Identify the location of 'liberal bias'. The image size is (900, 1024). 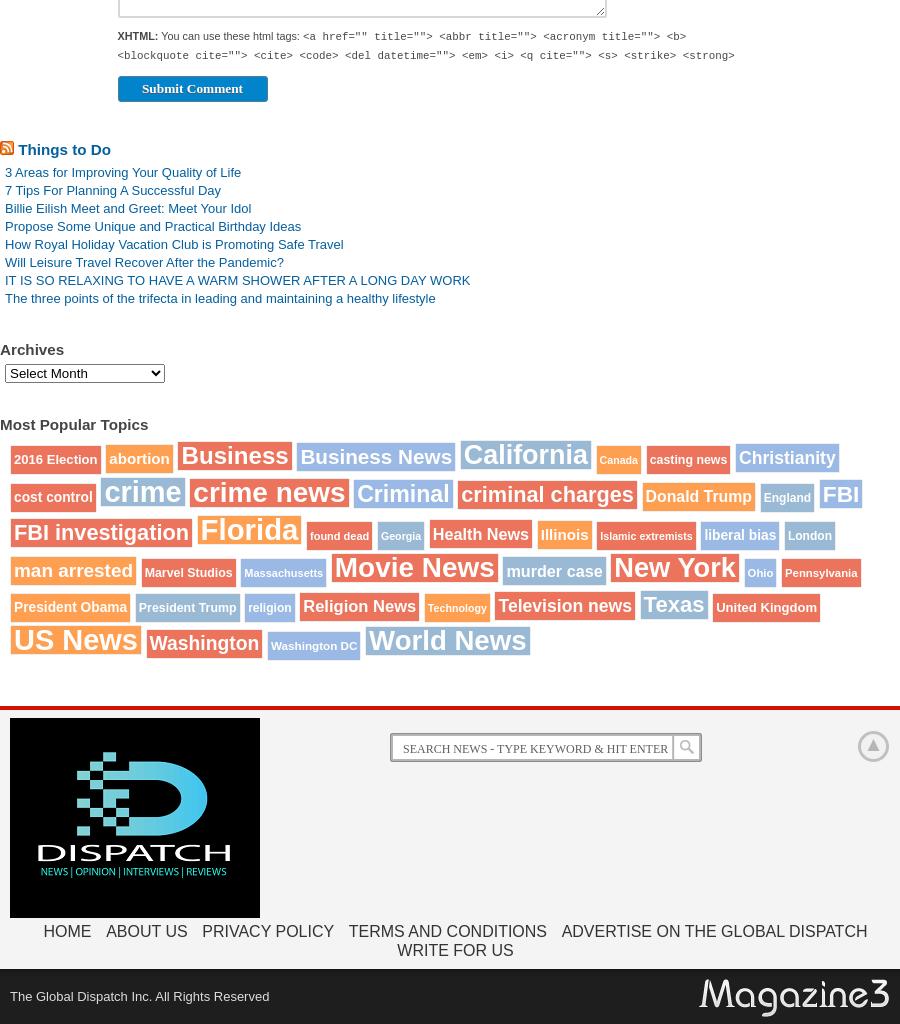
(738, 535).